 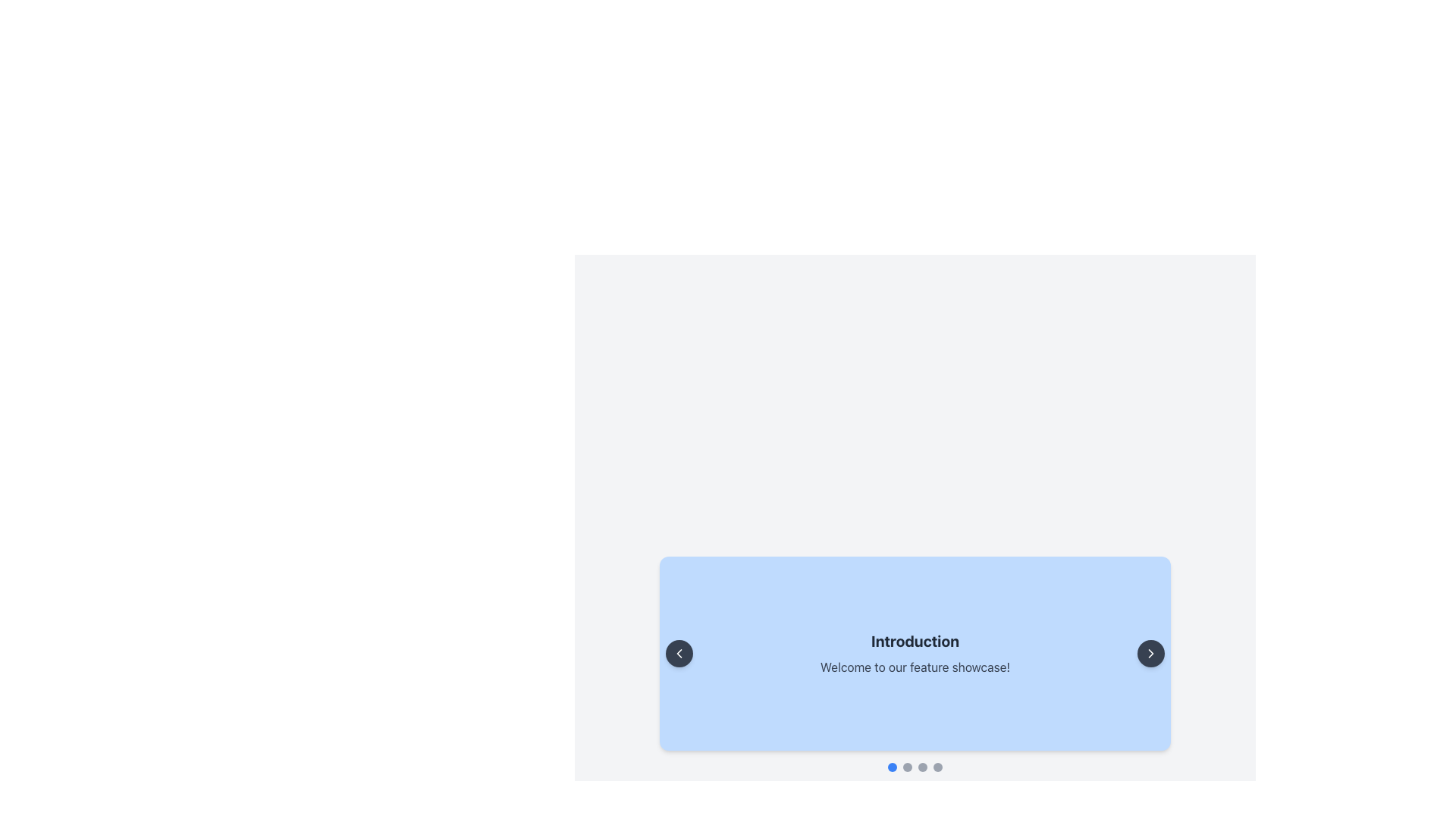 What do you see at coordinates (679, 652) in the screenshot?
I see `the circular button with a dark gray background and white chevron icon pointing left, located on the left side of the blue panel under the 'Introduction' content` at bounding box center [679, 652].